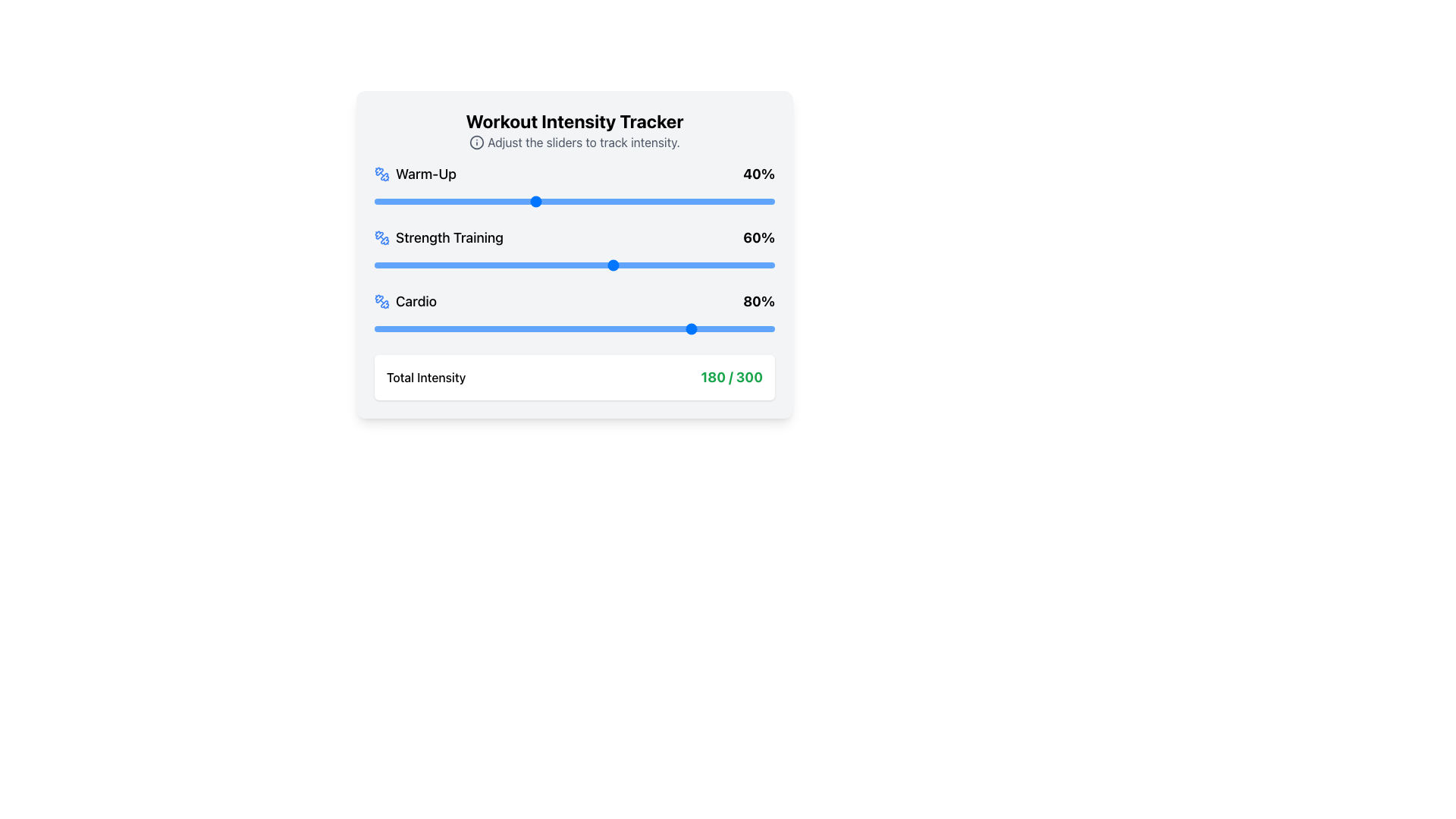 The width and height of the screenshot is (1456, 819). What do you see at coordinates (415, 174) in the screenshot?
I see `the 'Warm-Up' text label that indicates a specific section of the workout intensity tracker, positioned under the 'Workout Intensity Tracker' heading and aligned with a '40%' progress indicator` at bounding box center [415, 174].